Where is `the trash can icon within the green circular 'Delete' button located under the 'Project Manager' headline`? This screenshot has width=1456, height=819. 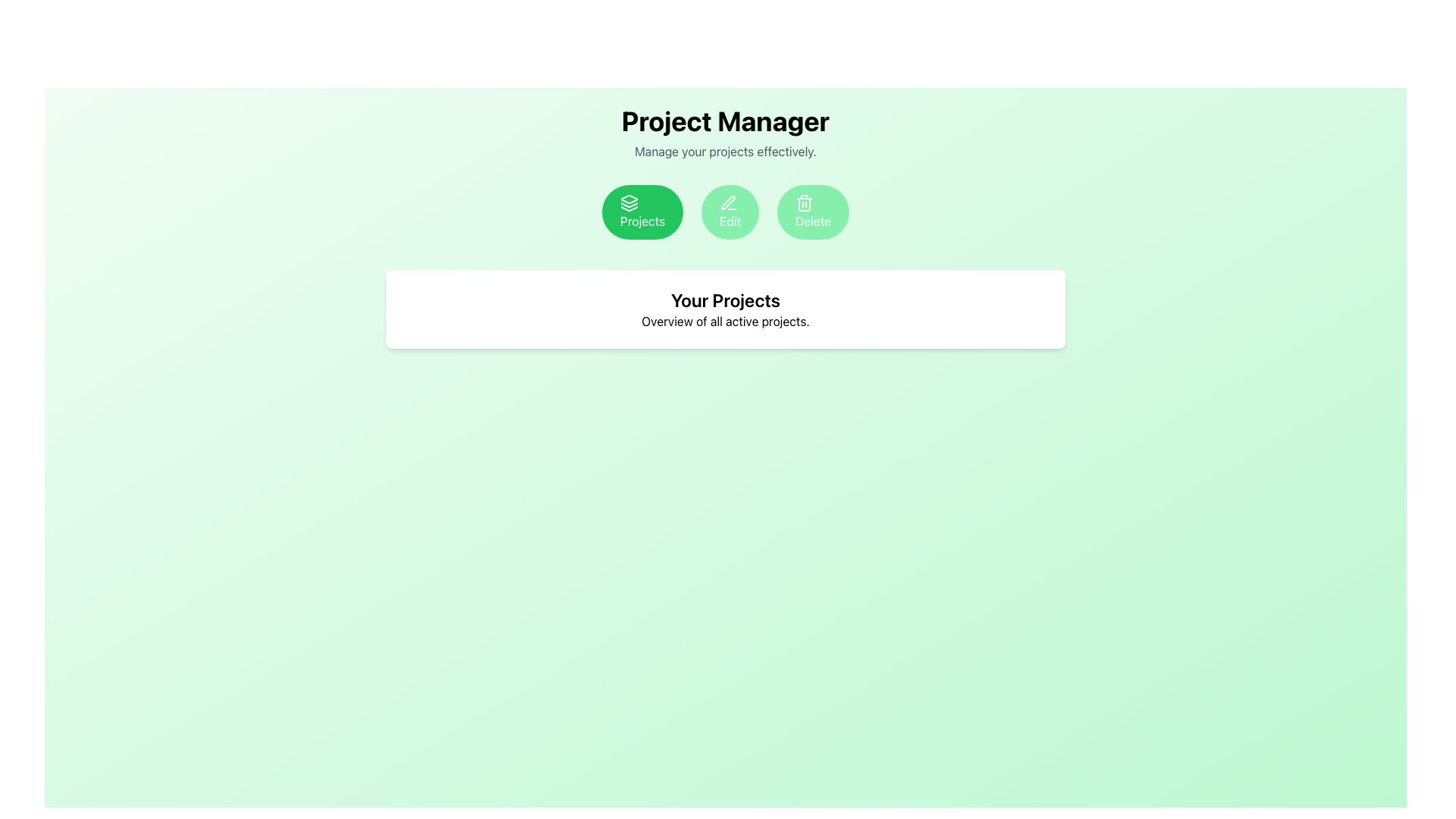
the trash can icon within the green circular 'Delete' button located under the 'Project Manager' headline is located at coordinates (803, 202).